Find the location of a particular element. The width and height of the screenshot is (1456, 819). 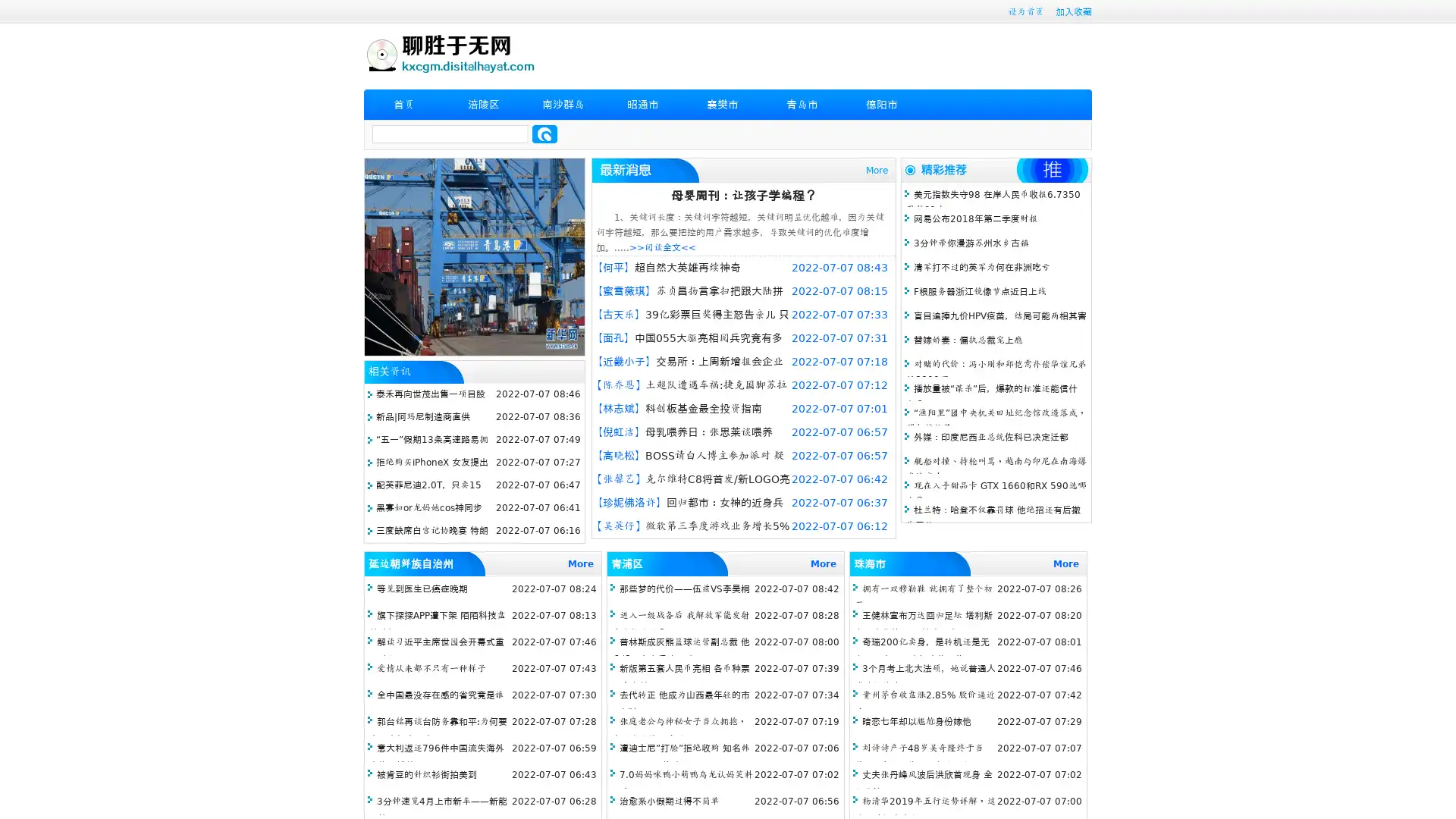

Search is located at coordinates (544, 133).